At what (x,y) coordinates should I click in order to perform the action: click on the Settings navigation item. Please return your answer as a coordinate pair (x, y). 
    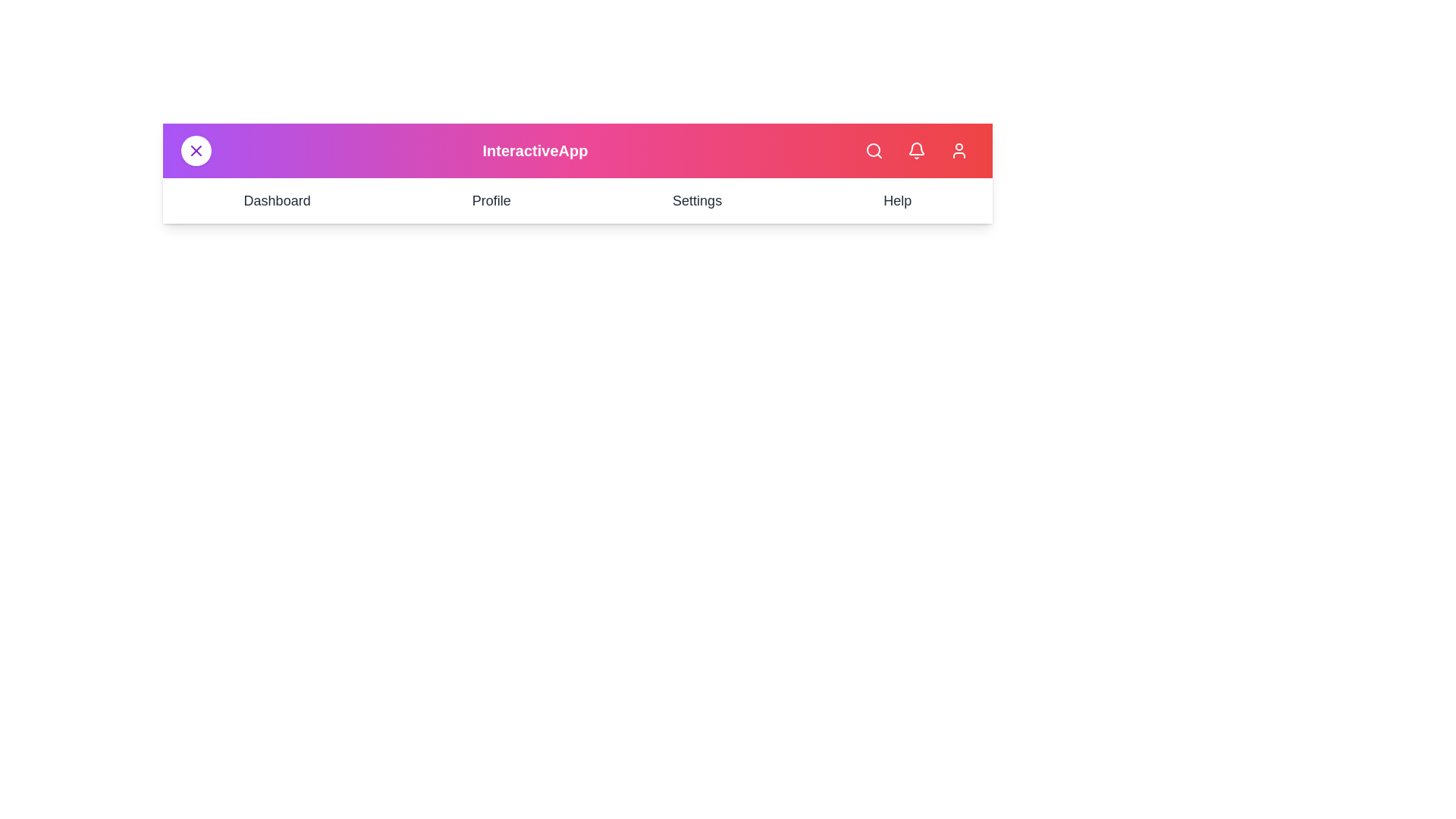
    Looking at the image, I should click on (695, 200).